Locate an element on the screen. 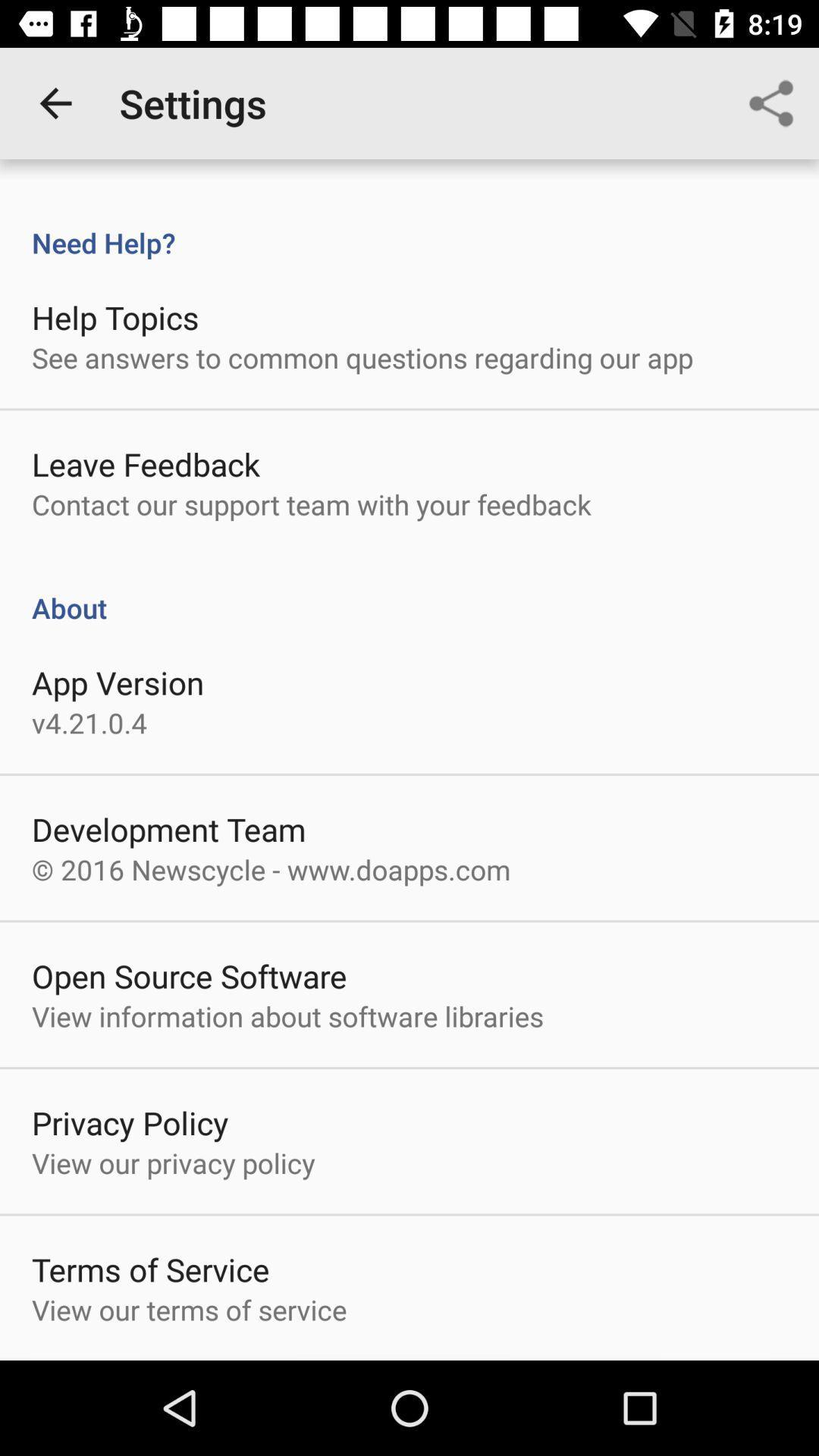 This screenshot has width=819, height=1456. the item above the need help? item is located at coordinates (771, 102).